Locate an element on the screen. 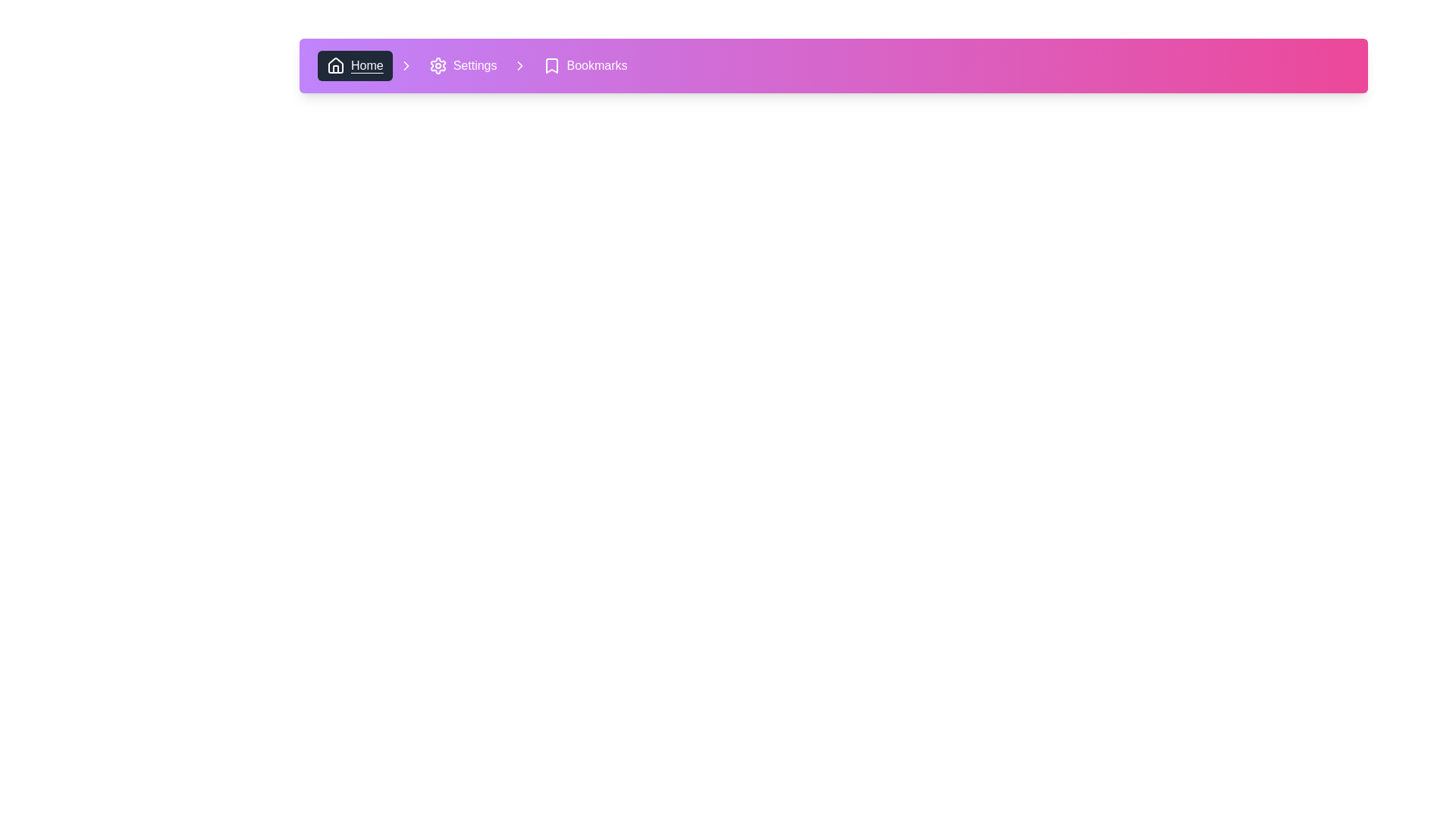  the 'Settings' text label located in the top navigation bar, which is styled in white font and positioned next to a settings icon is located at coordinates (474, 65).